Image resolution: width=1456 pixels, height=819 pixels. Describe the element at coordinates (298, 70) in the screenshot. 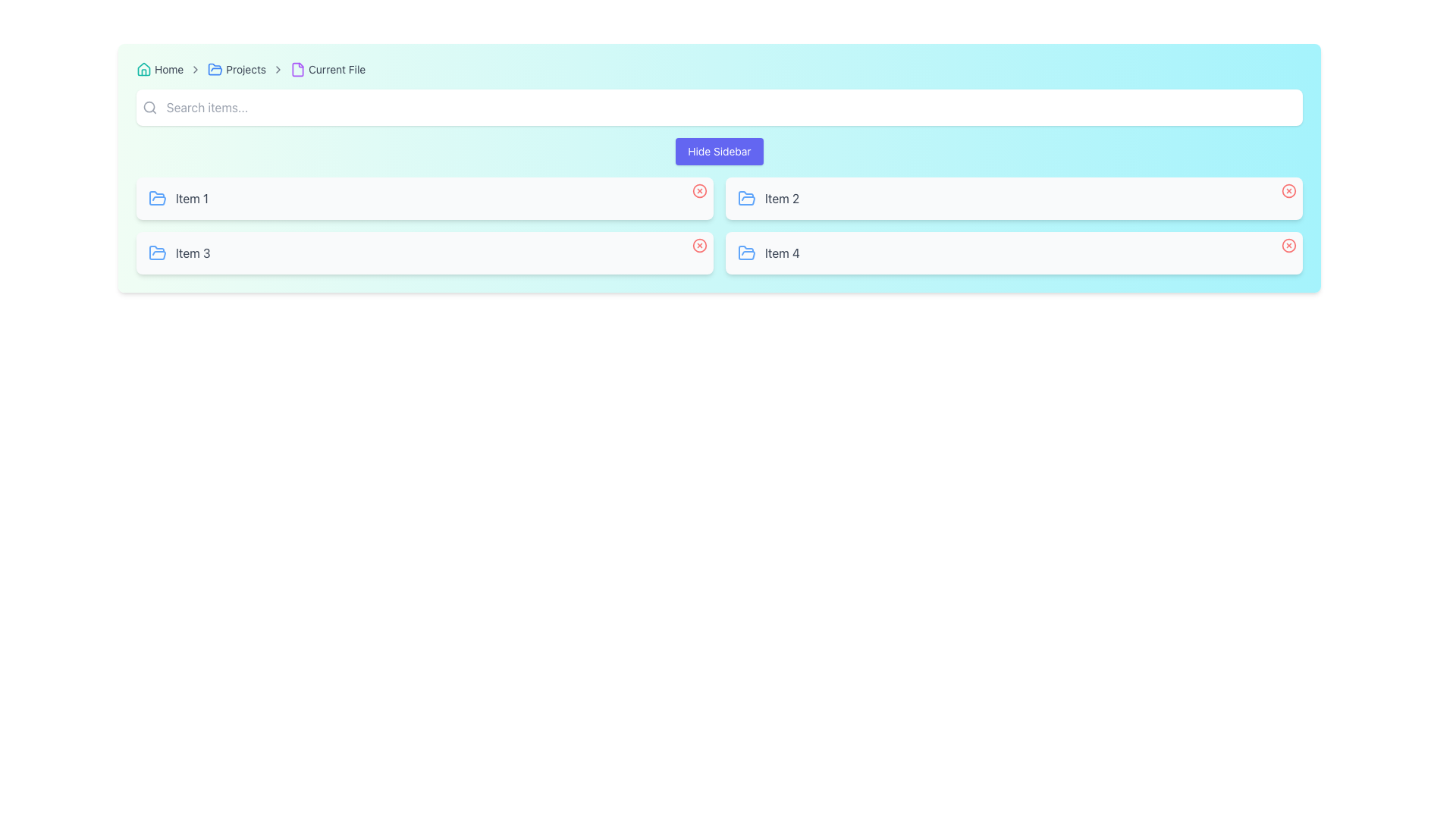

I see `the 'Current File' icon in the breadcrumb navigation bar, which helps users identify their current location within the application` at that location.